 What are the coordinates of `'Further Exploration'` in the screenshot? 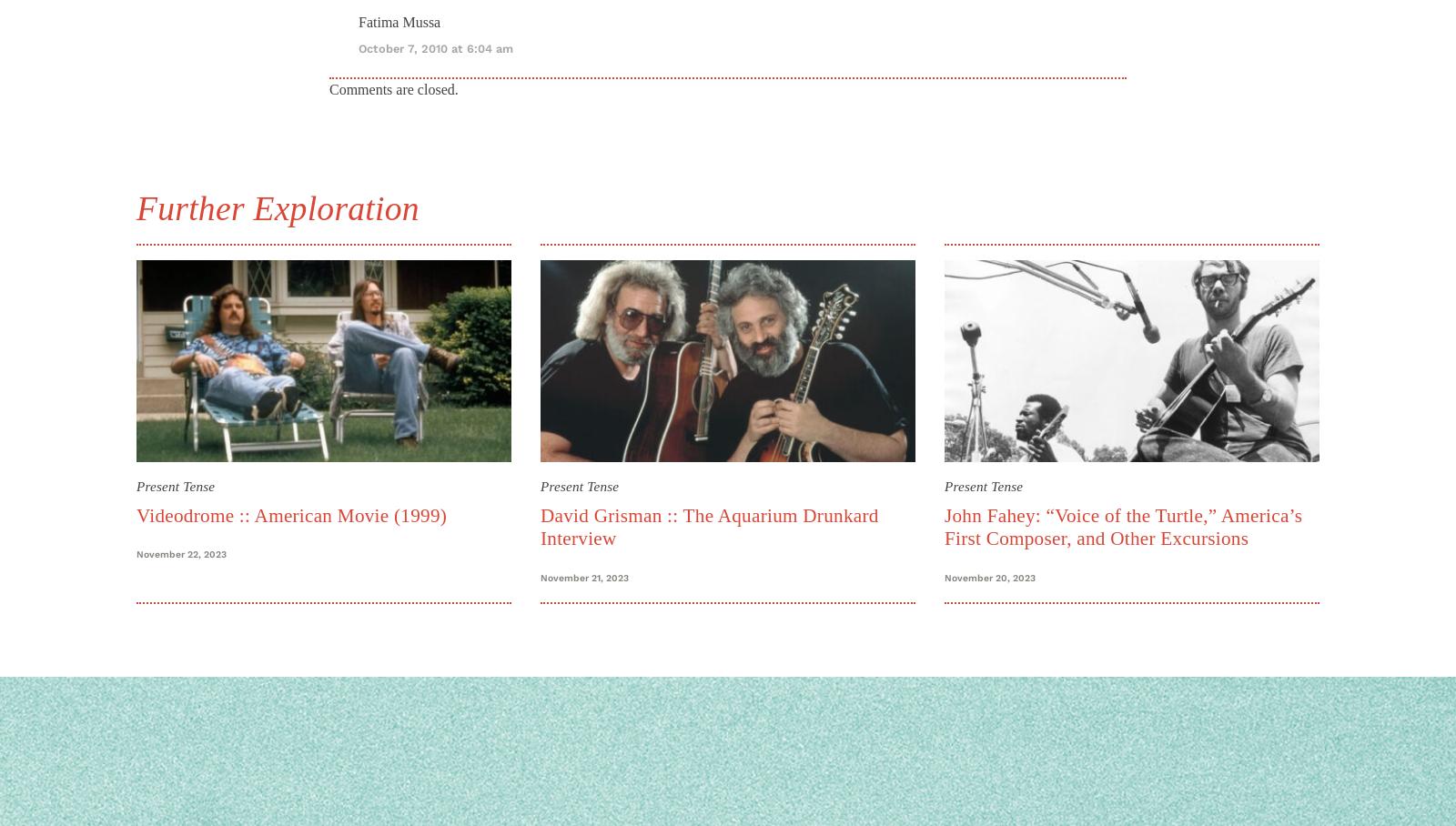 It's located at (277, 206).